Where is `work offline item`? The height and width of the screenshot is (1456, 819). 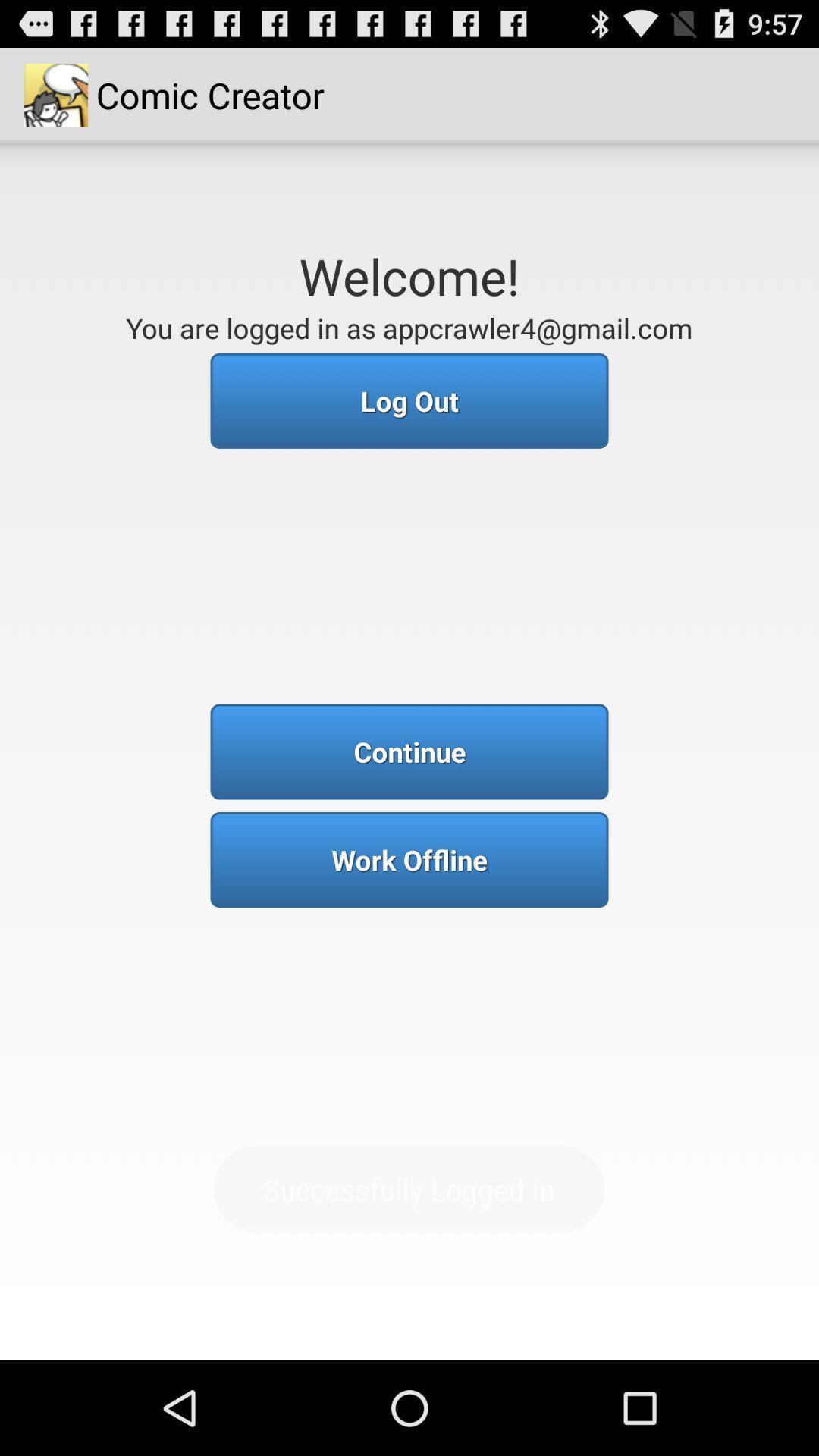 work offline item is located at coordinates (409, 859).